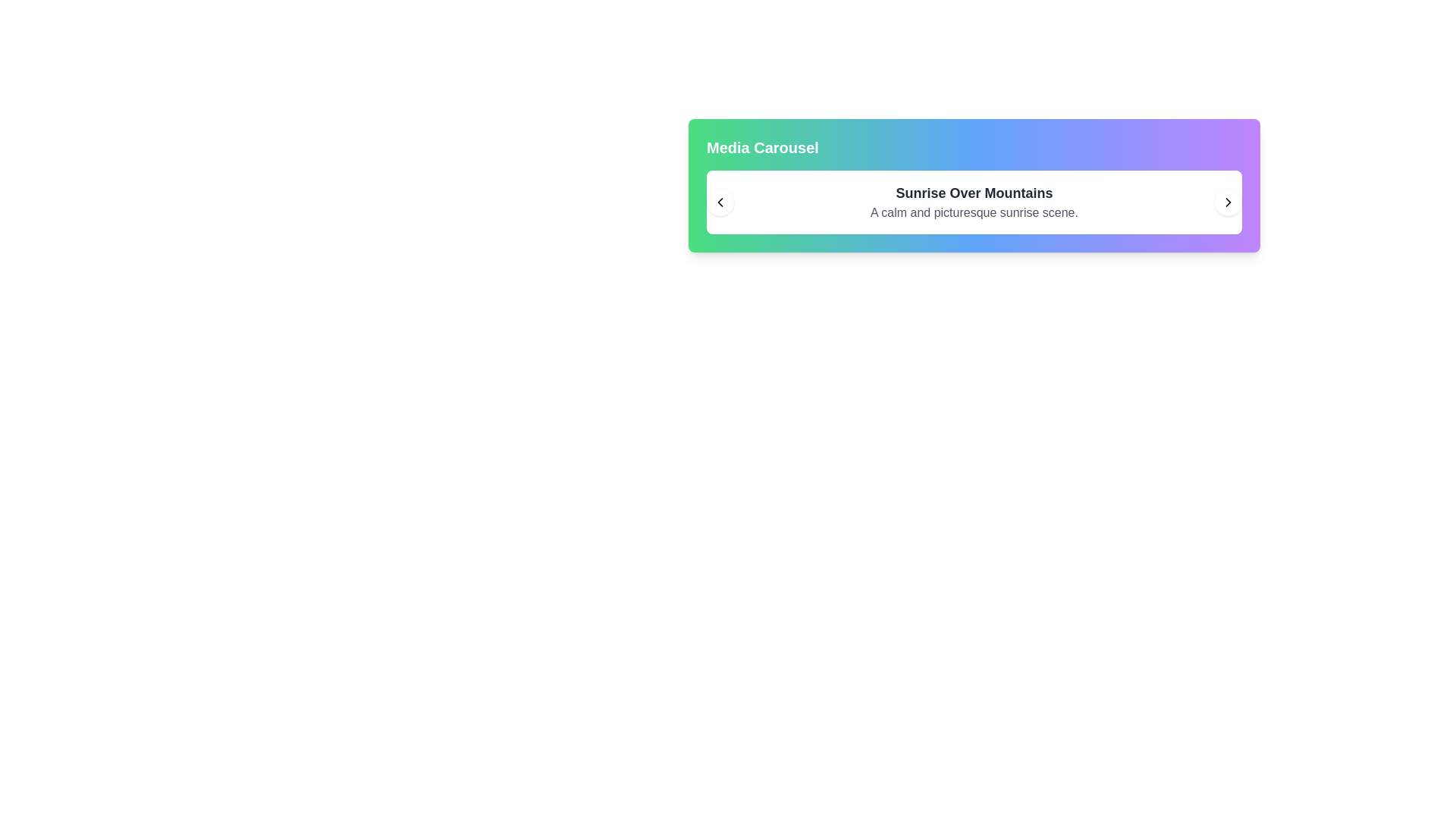 The width and height of the screenshot is (1456, 819). Describe the element at coordinates (1228, 201) in the screenshot. I see `the circular button with a white background and right-facing chevron icon` at that location.